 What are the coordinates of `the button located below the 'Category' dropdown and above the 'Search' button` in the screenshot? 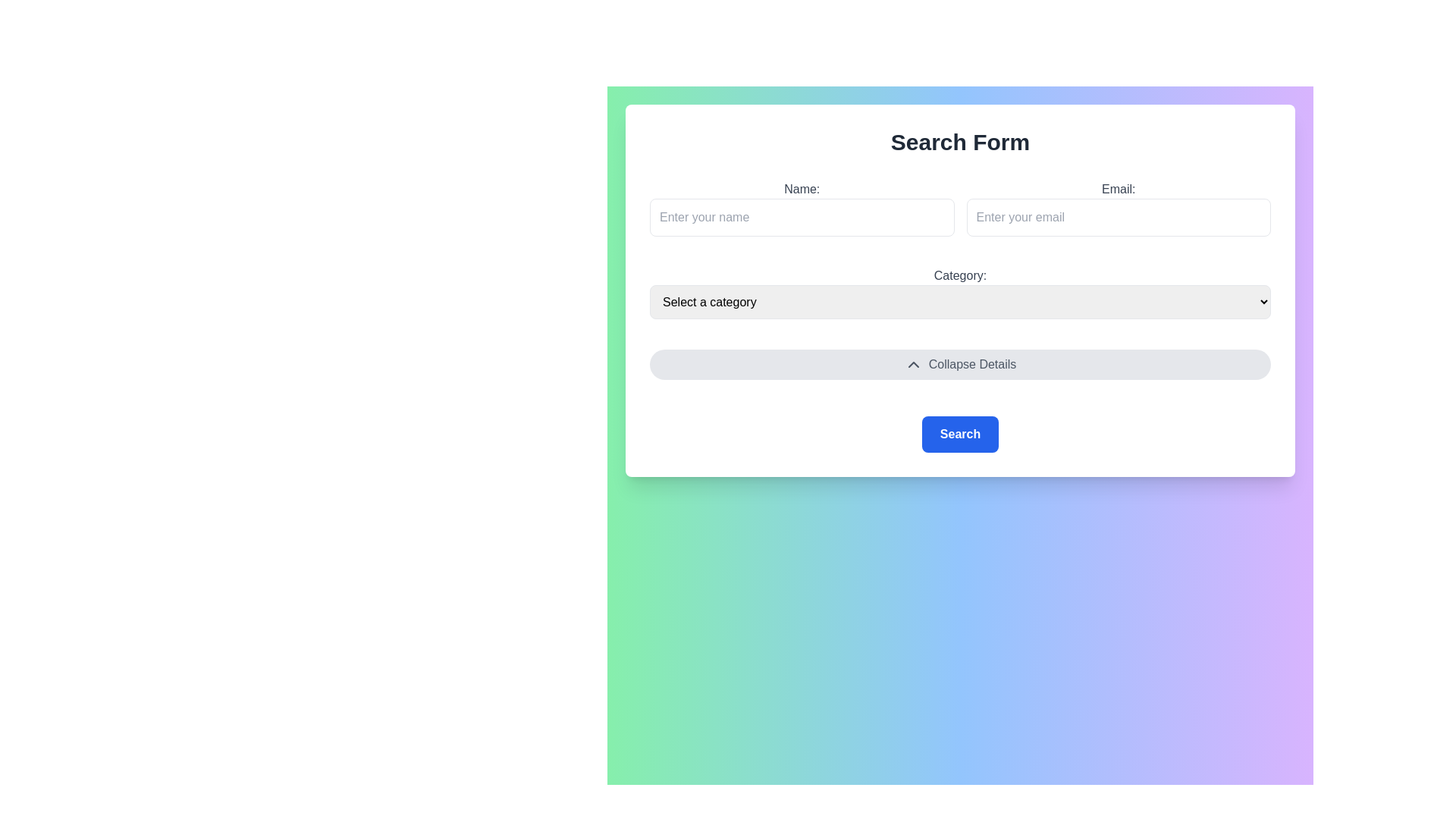 It's located at (959, 365).